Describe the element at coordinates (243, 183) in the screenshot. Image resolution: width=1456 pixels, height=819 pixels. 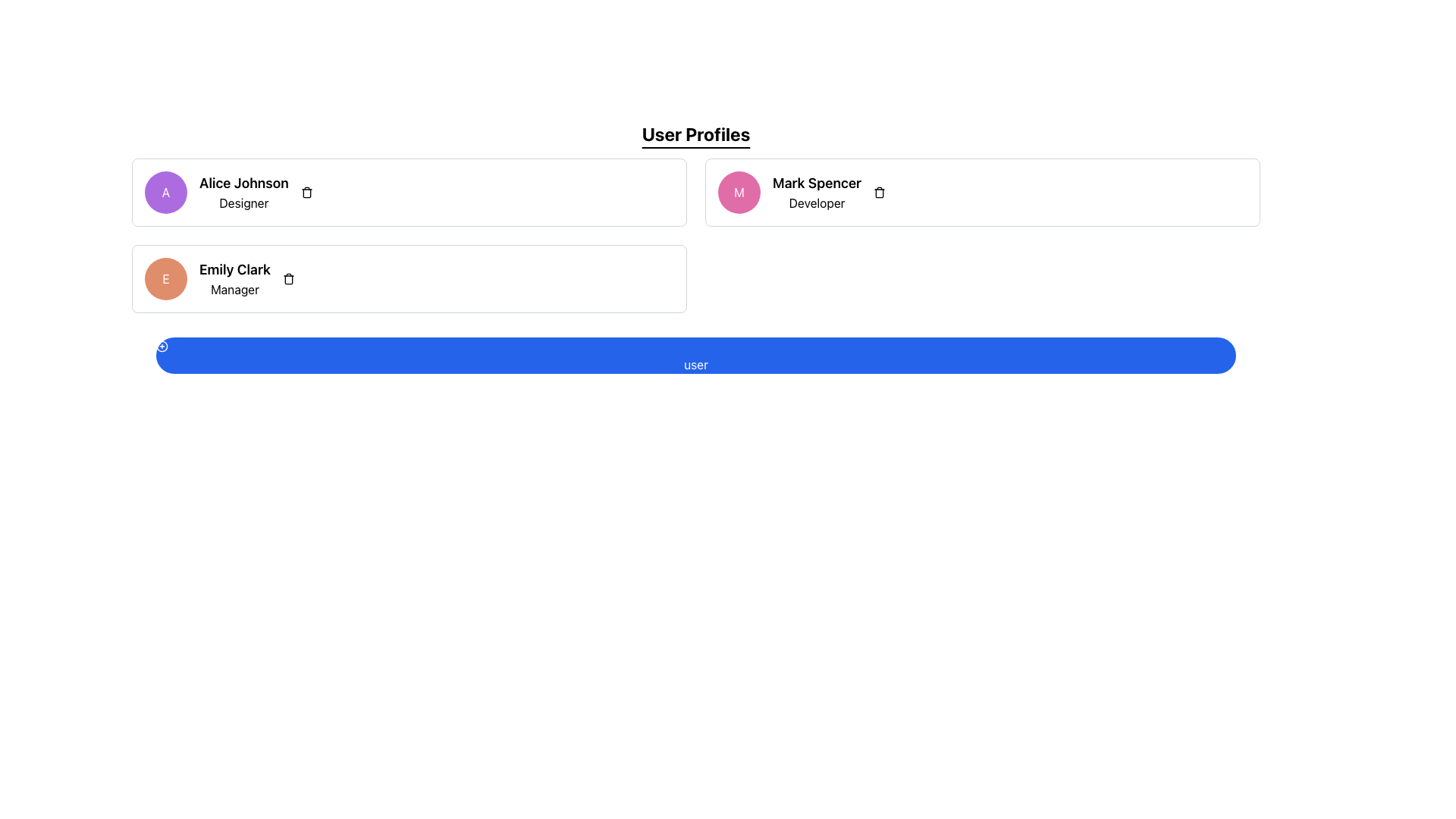
I see `the static text label 'Alice Johnson', which is styled in a bold font and serves as the primary focus of the user profile card` at that location.